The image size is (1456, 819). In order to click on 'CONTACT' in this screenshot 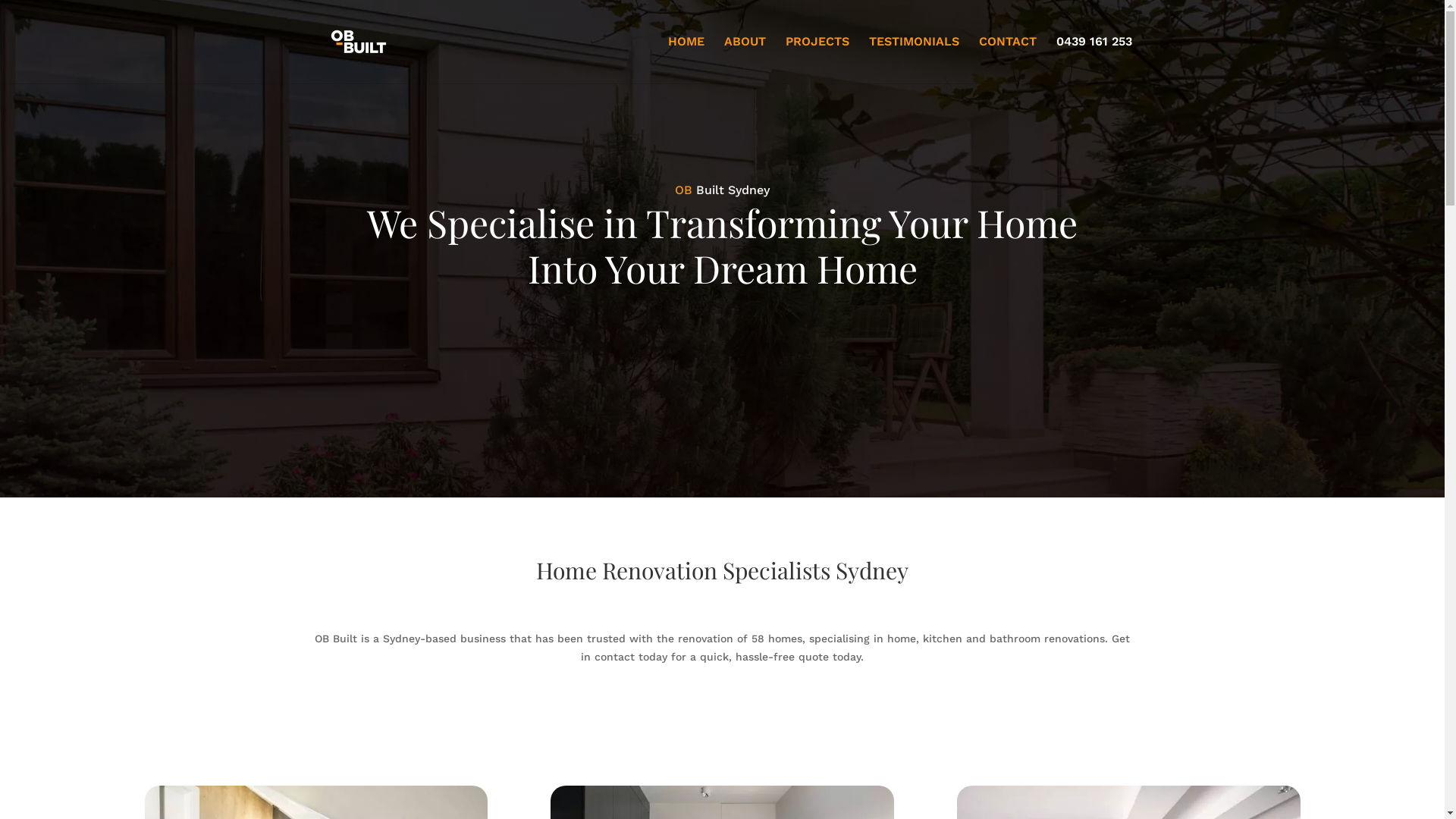, I will do `click(1007, 58)`.